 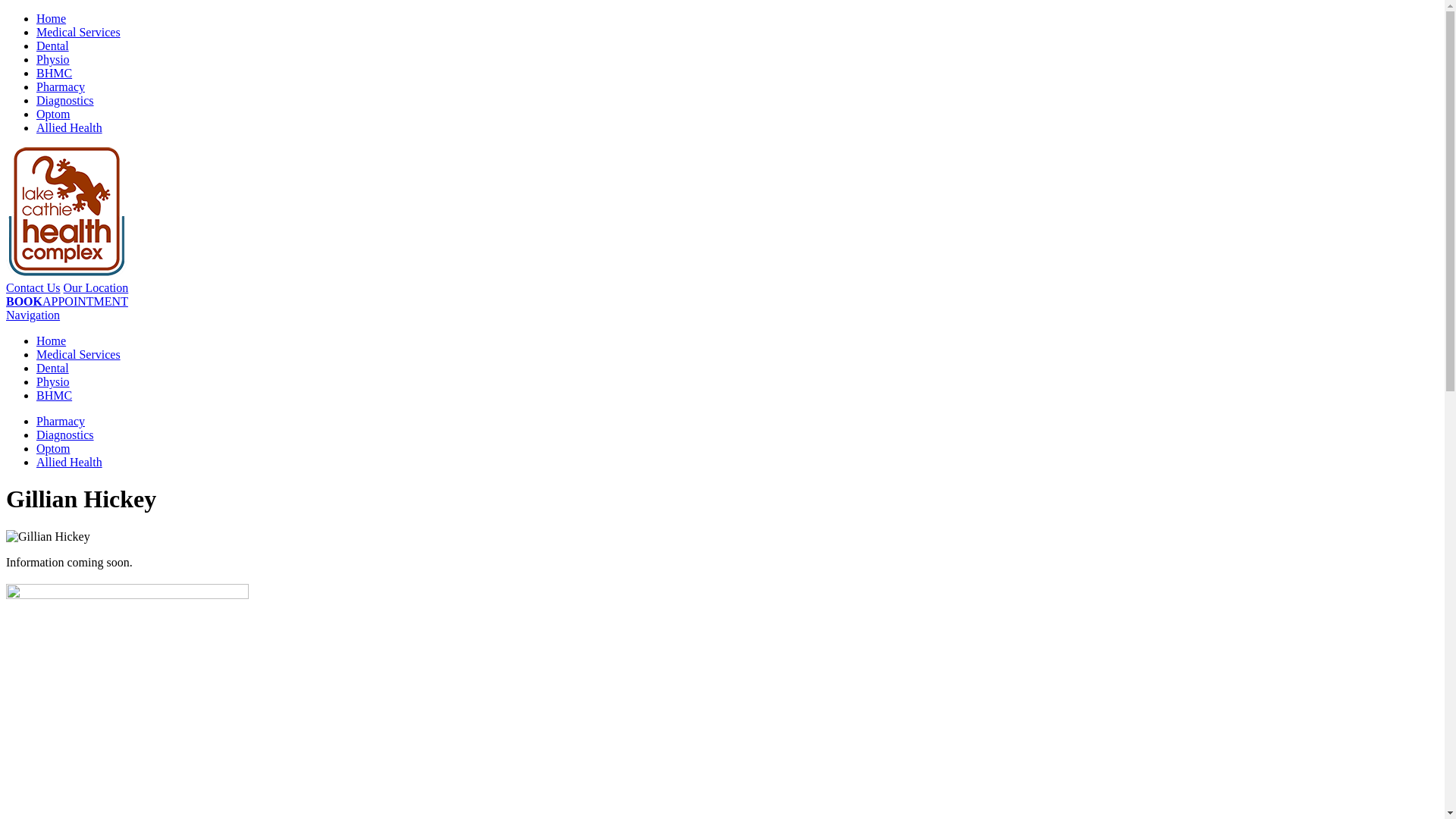 I want to click on 'Physio', so click(x=53, y=381).